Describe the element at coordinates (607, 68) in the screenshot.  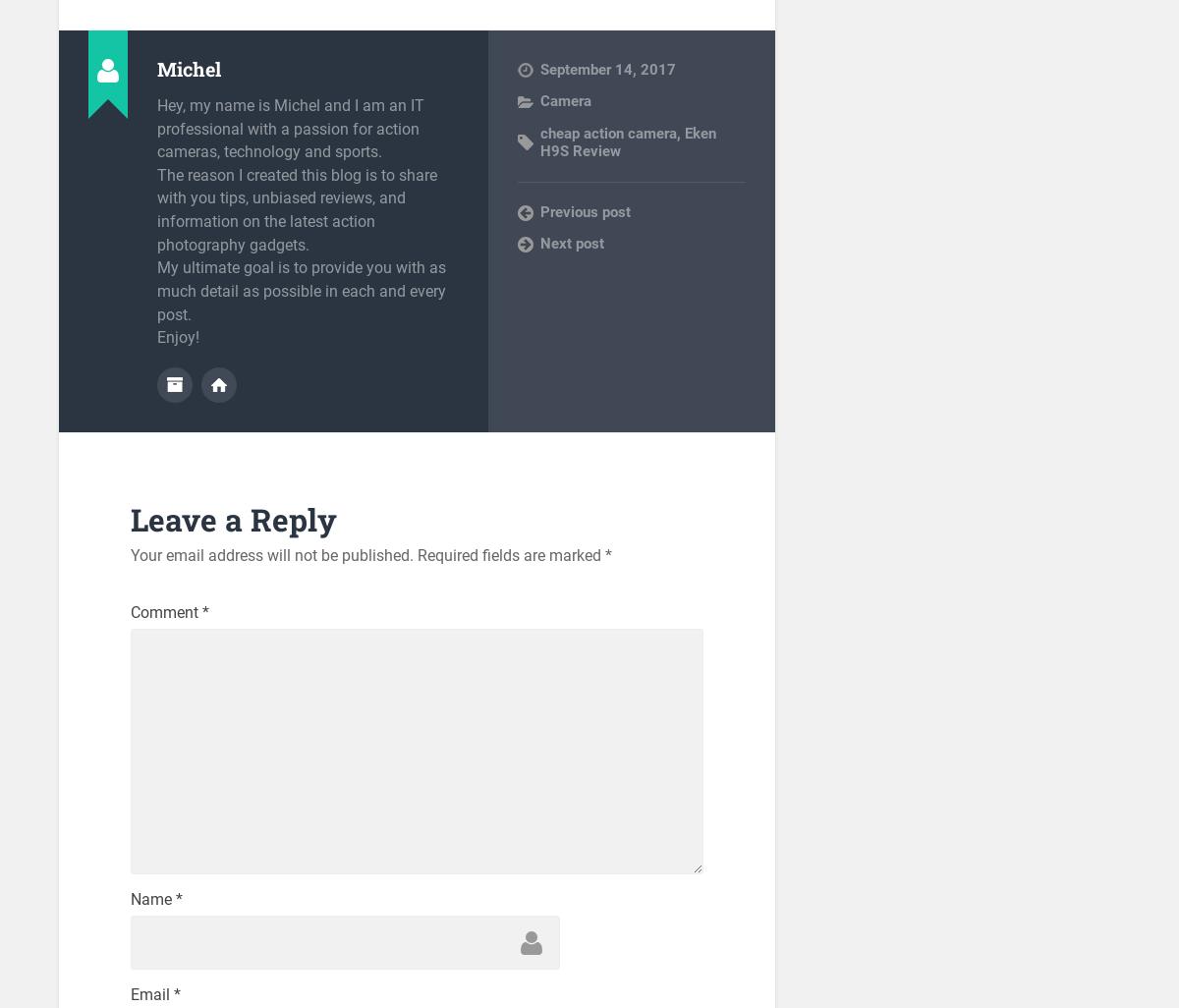
I see `'September 14, 2017'` at that location.